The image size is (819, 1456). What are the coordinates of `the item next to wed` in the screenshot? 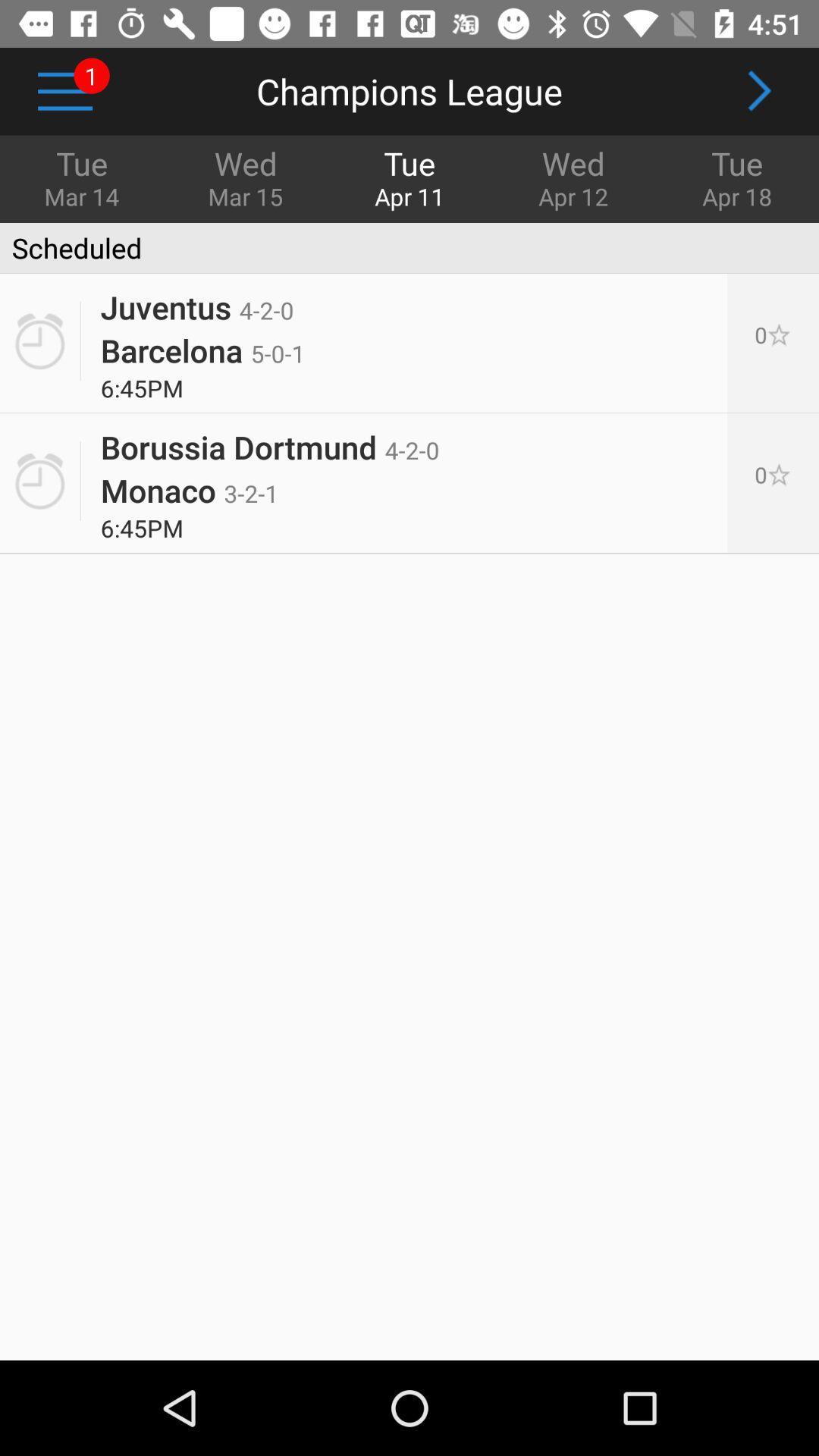 It's located at (82, 177).